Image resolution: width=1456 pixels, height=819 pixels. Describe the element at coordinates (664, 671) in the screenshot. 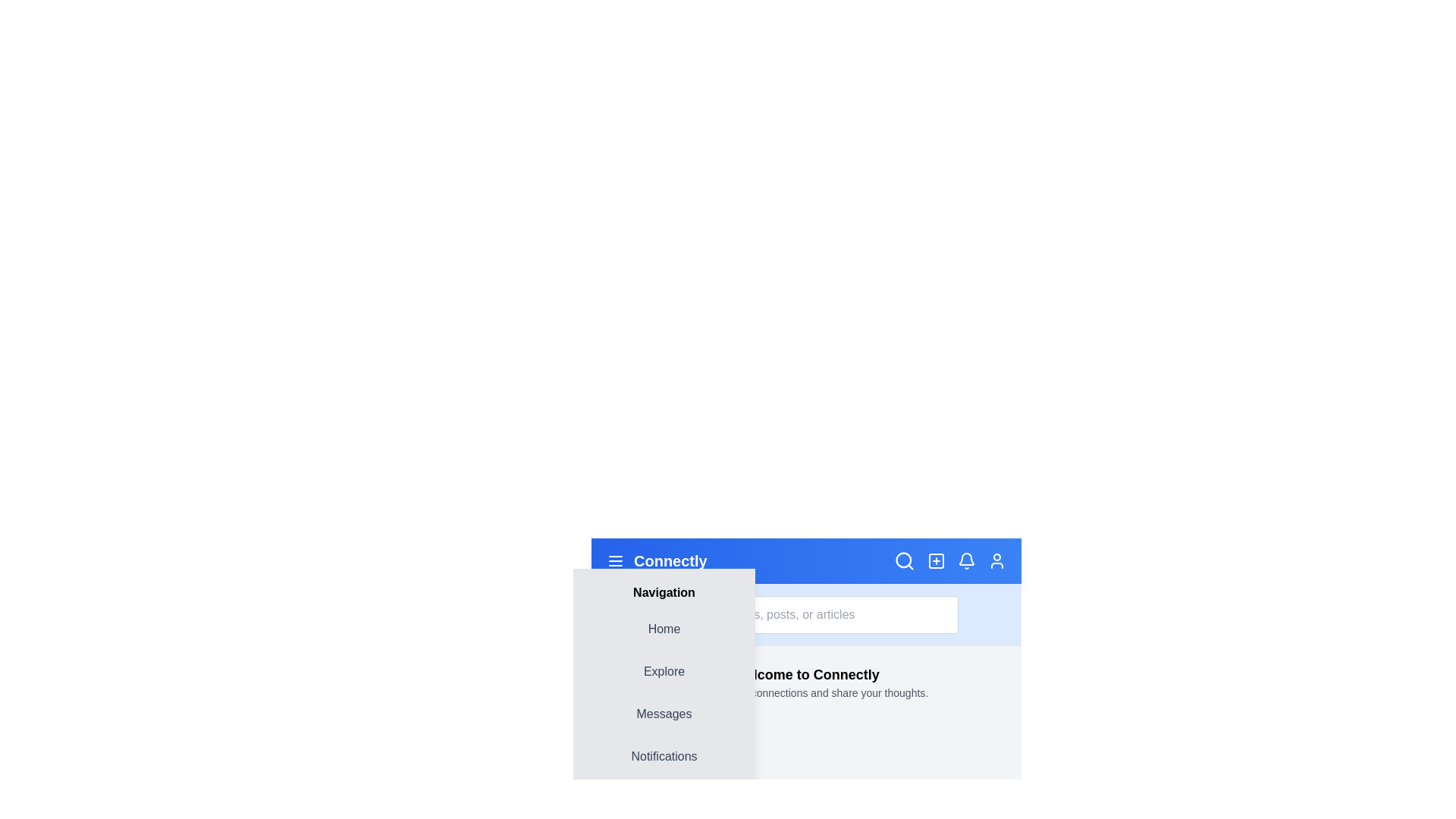

I see `the navigation menu item Explore` at that location.